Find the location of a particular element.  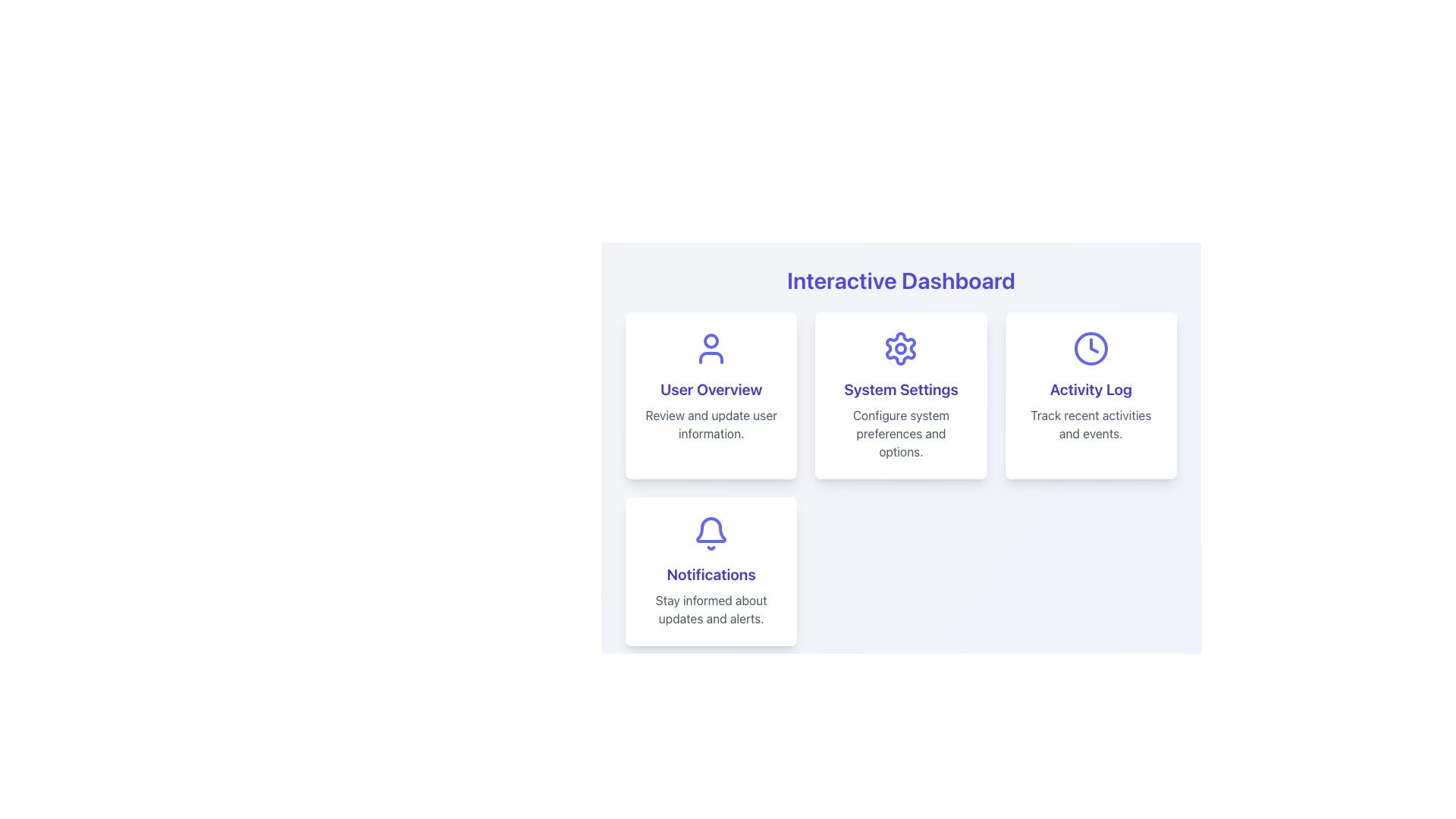

the small circular Decorative SVG Element that forms the head of the user icon within the 'User Overview' card, located at the top portion of the card is located at coordinates (711, 341).